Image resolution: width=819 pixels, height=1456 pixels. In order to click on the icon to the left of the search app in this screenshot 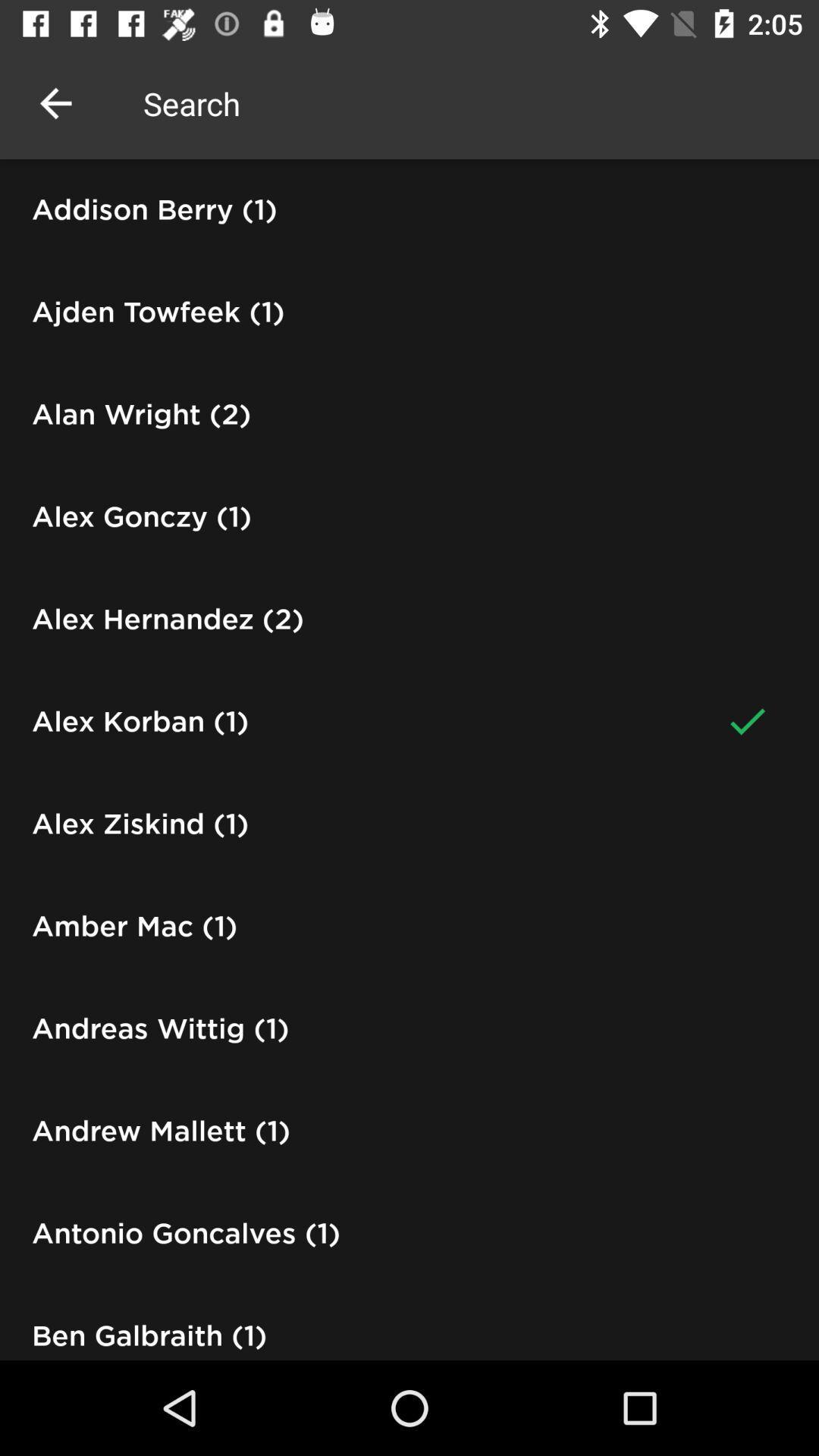, I will do `click(55, 102)`.